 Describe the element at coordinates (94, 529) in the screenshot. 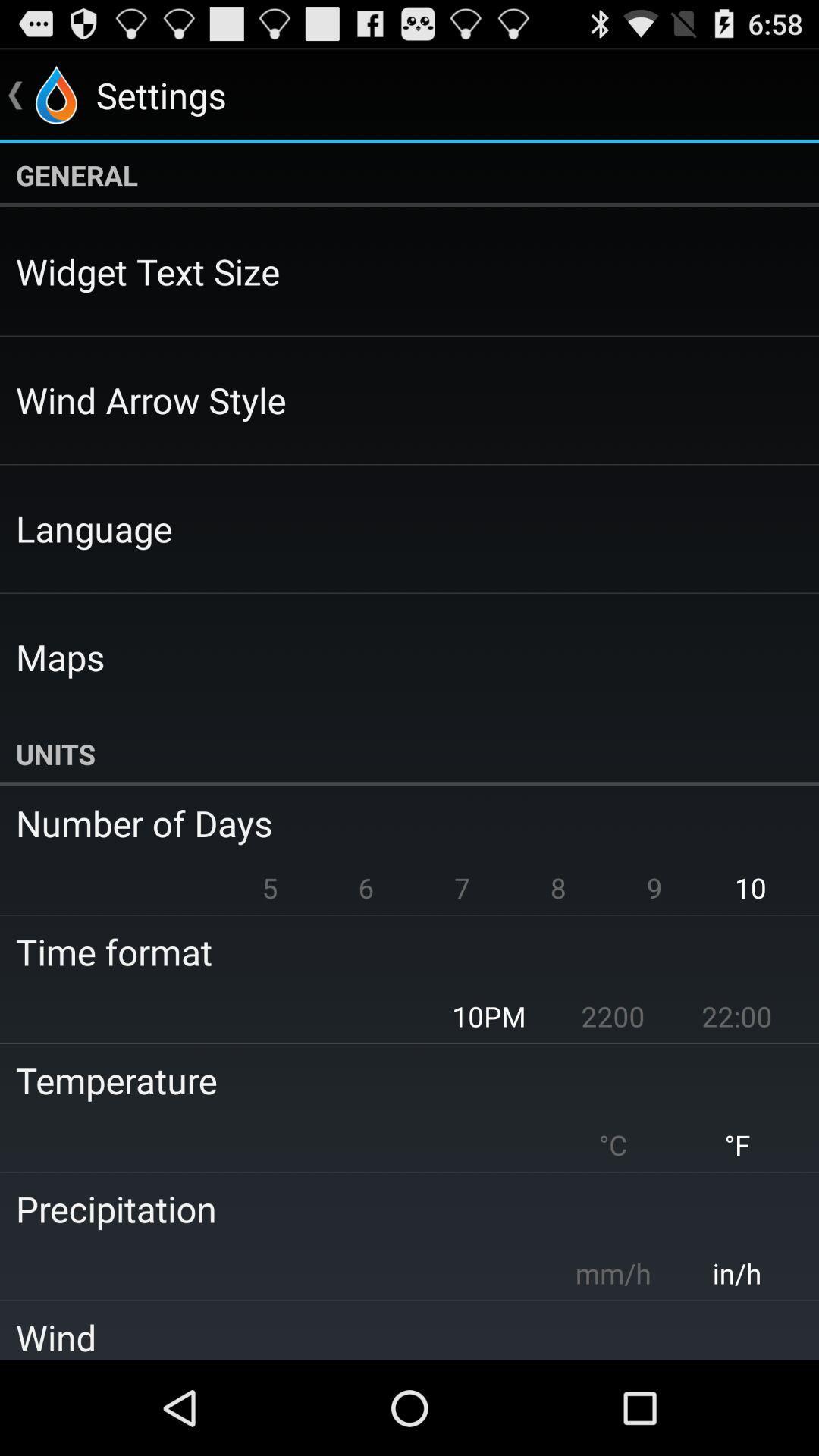

I see `icon below the wind arrow style app` at that location.